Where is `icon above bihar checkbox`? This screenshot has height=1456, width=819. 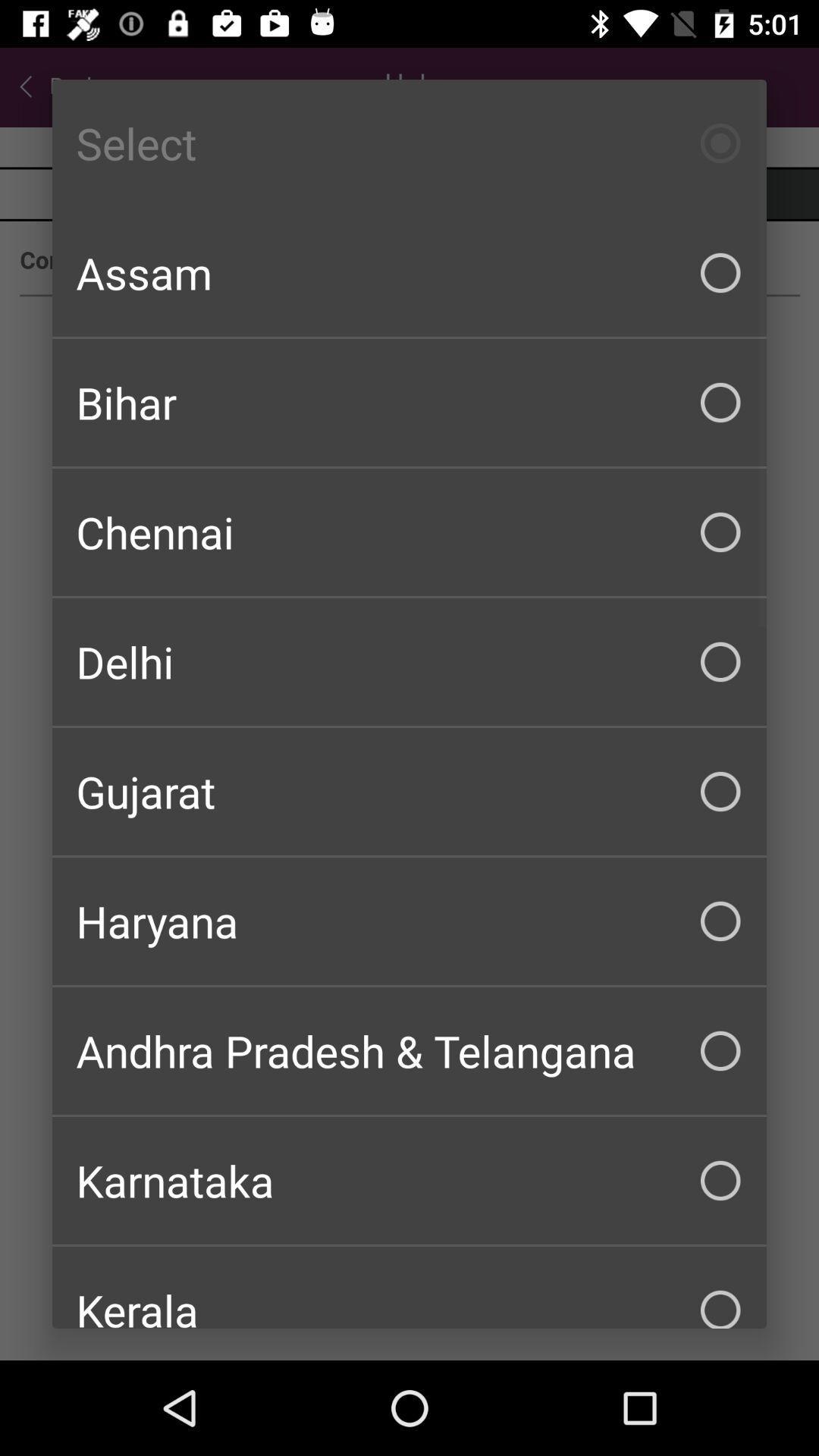 icon above bihar checkbox is located at coordinates (409, 273).